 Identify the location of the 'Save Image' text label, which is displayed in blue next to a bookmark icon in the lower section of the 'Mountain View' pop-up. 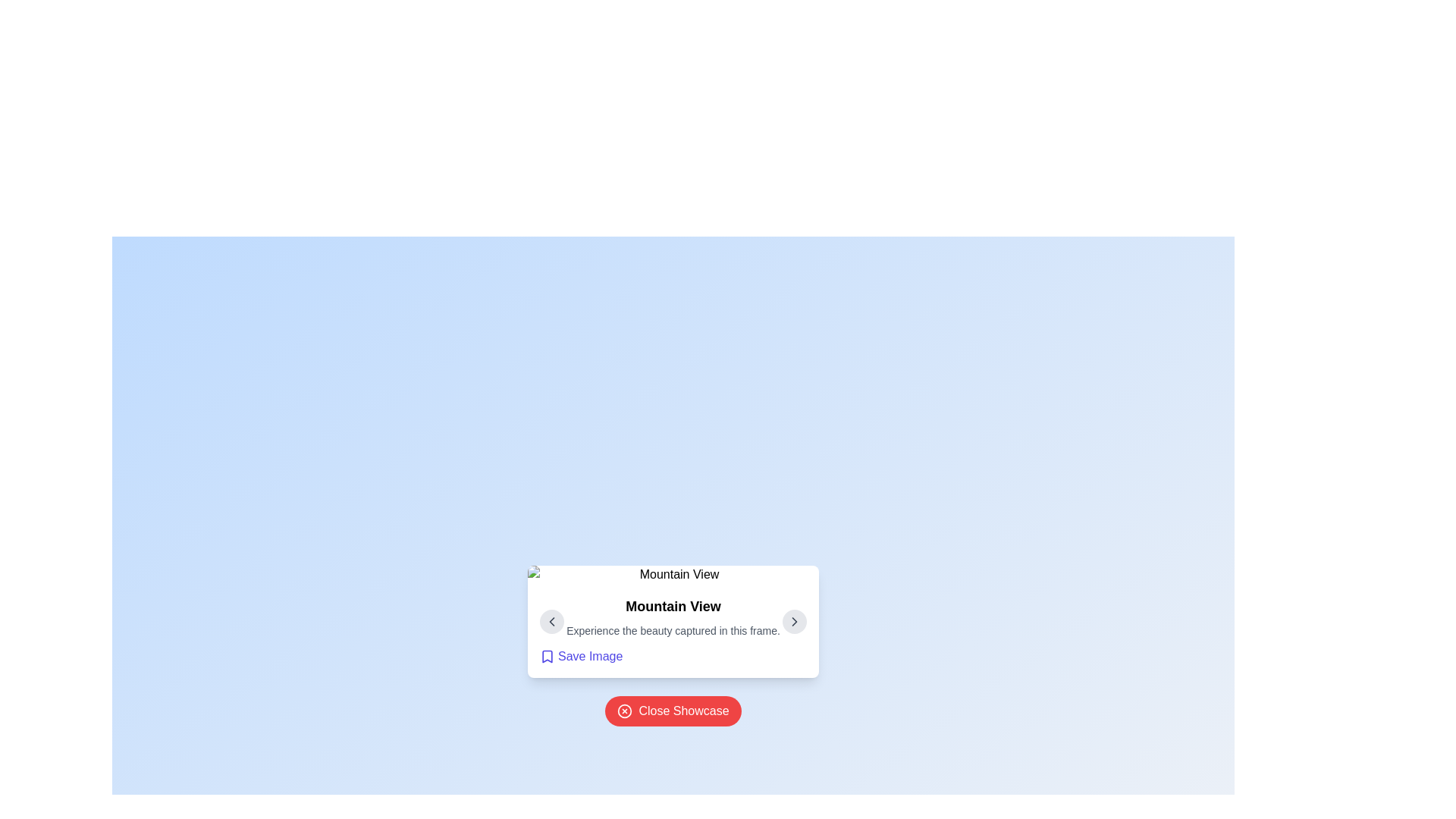
(589, 656).